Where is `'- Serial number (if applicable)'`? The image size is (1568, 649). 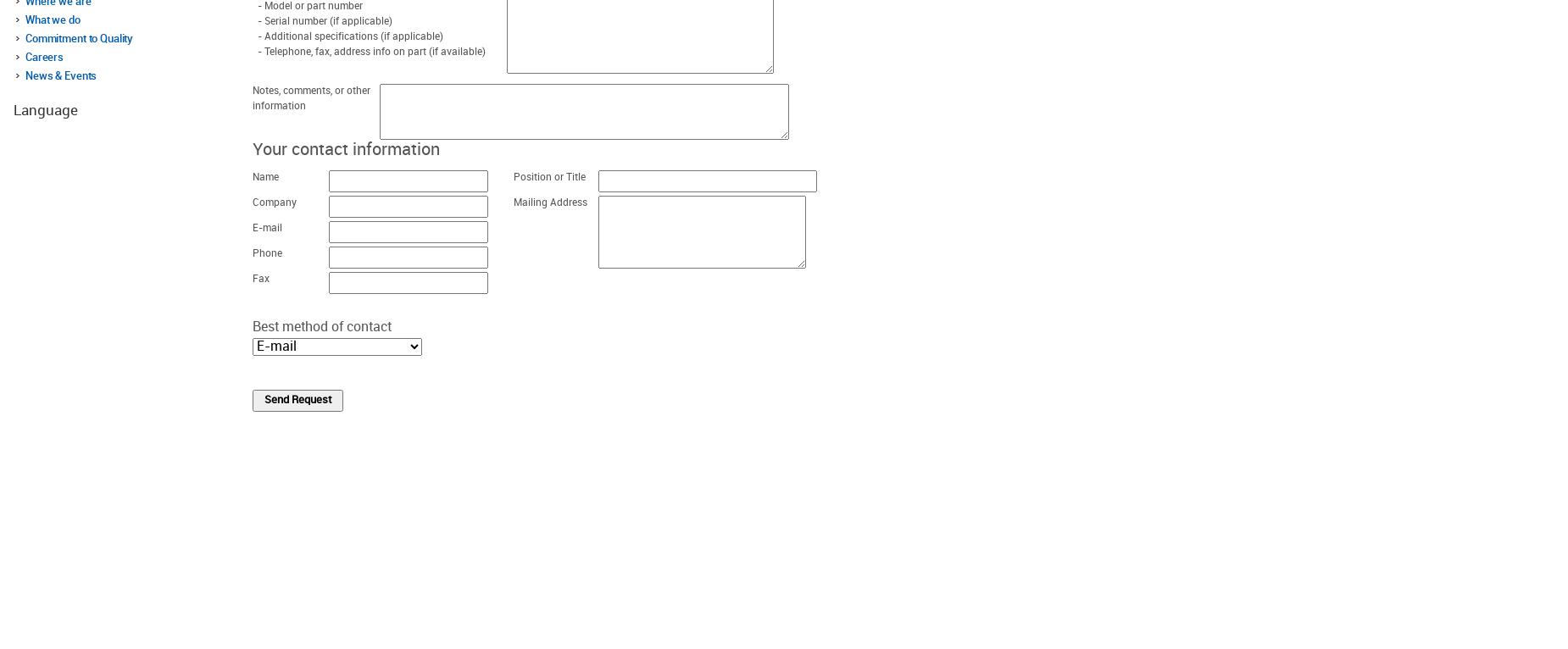
'- Serial number (if applicable)' is located at coordinates (321, 20).